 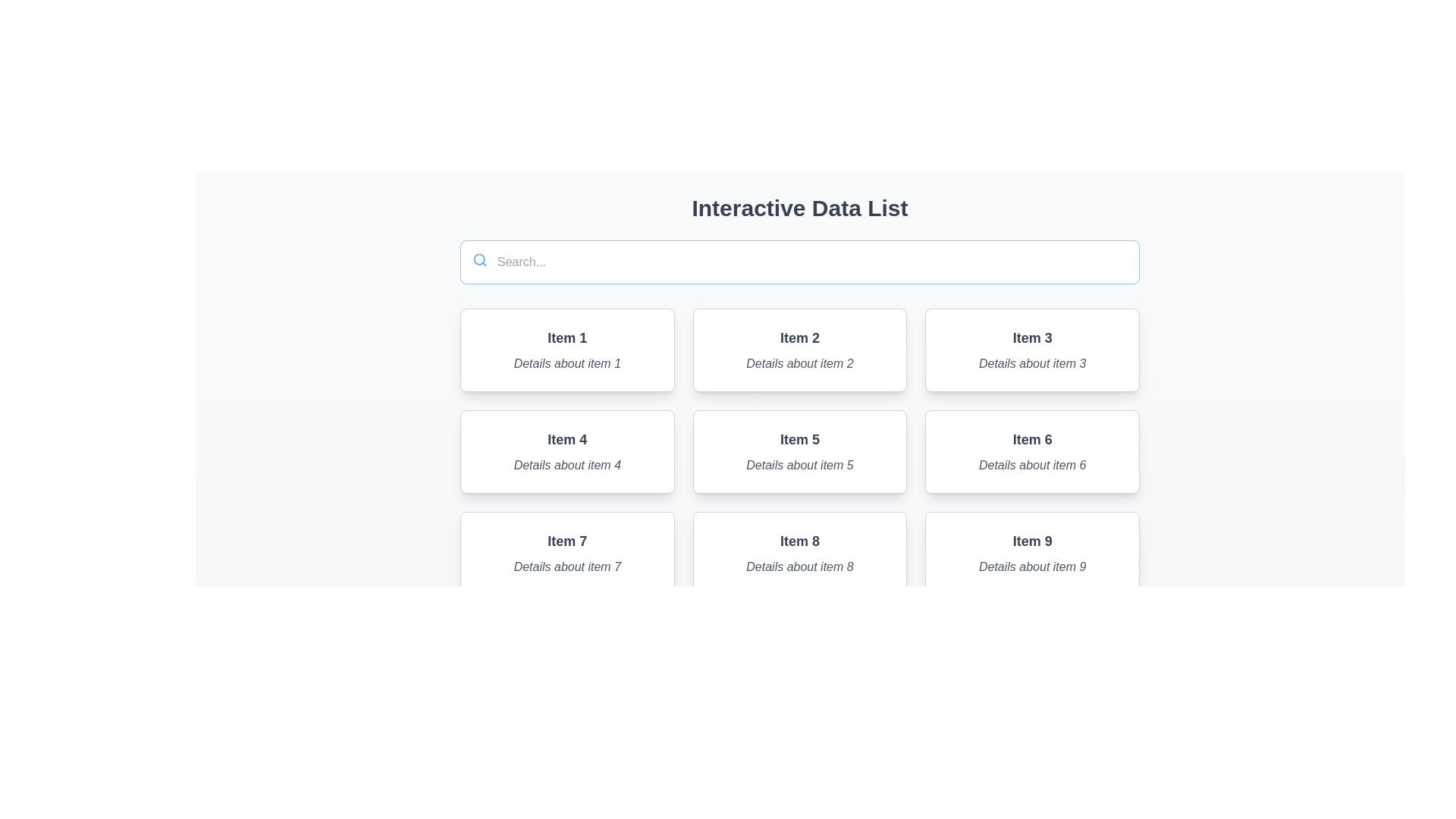 I want to click on the fourth card in the grid layout, so click(x=566, y=451).